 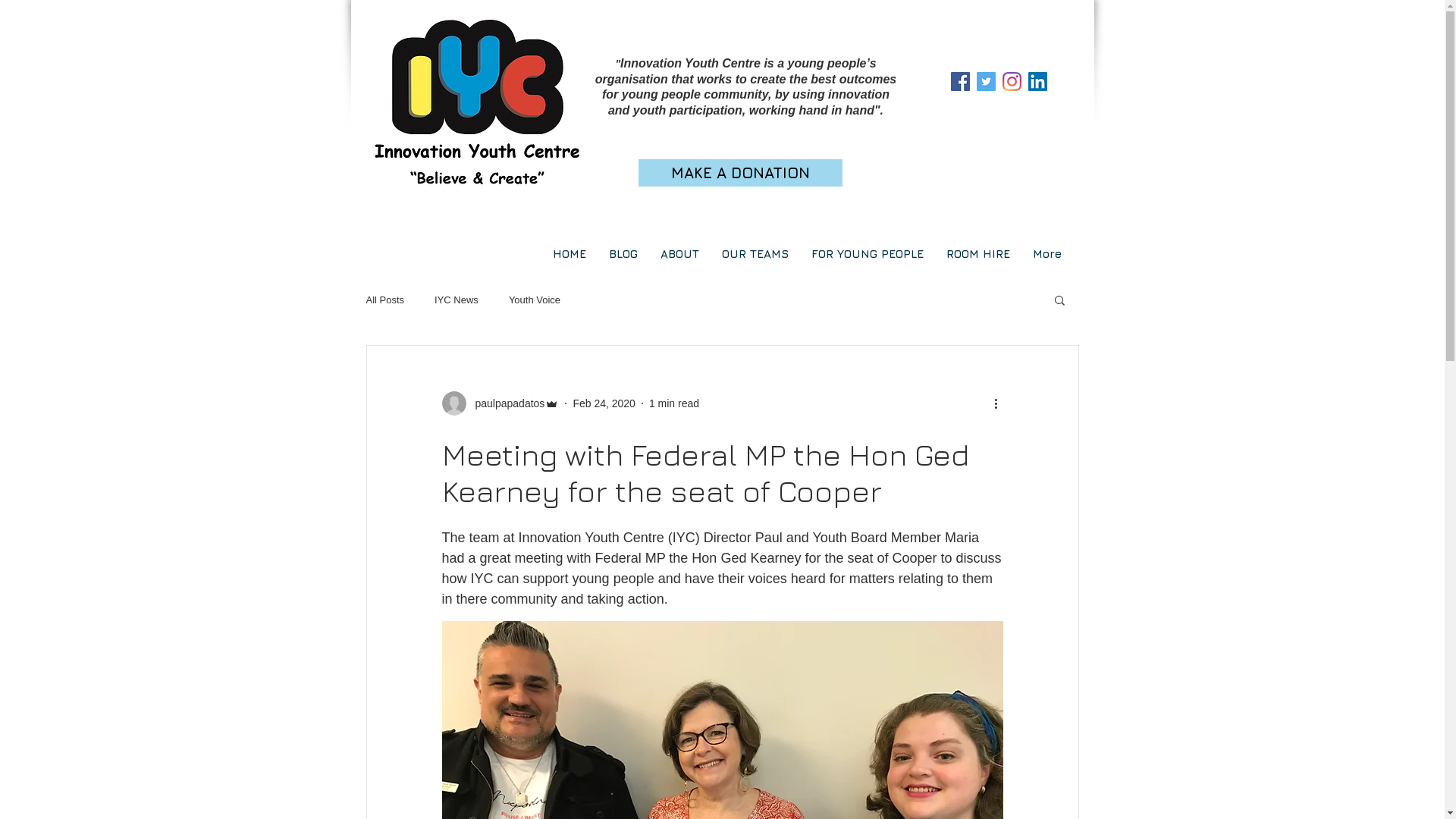 I want to click on 'Youth Voice', so click(x=535, y=300).